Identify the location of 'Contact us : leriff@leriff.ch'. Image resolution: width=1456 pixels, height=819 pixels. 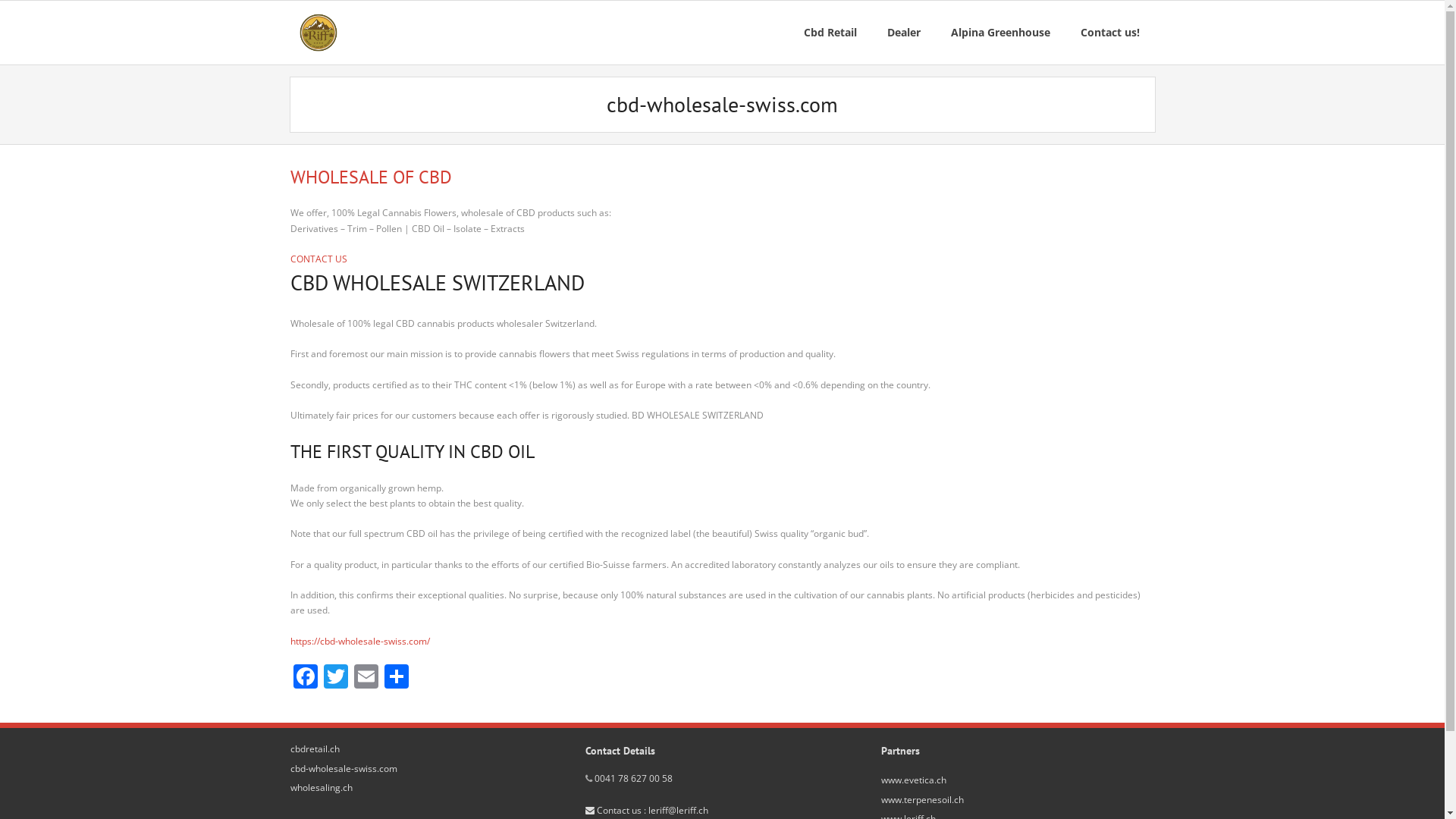
(647, 809).